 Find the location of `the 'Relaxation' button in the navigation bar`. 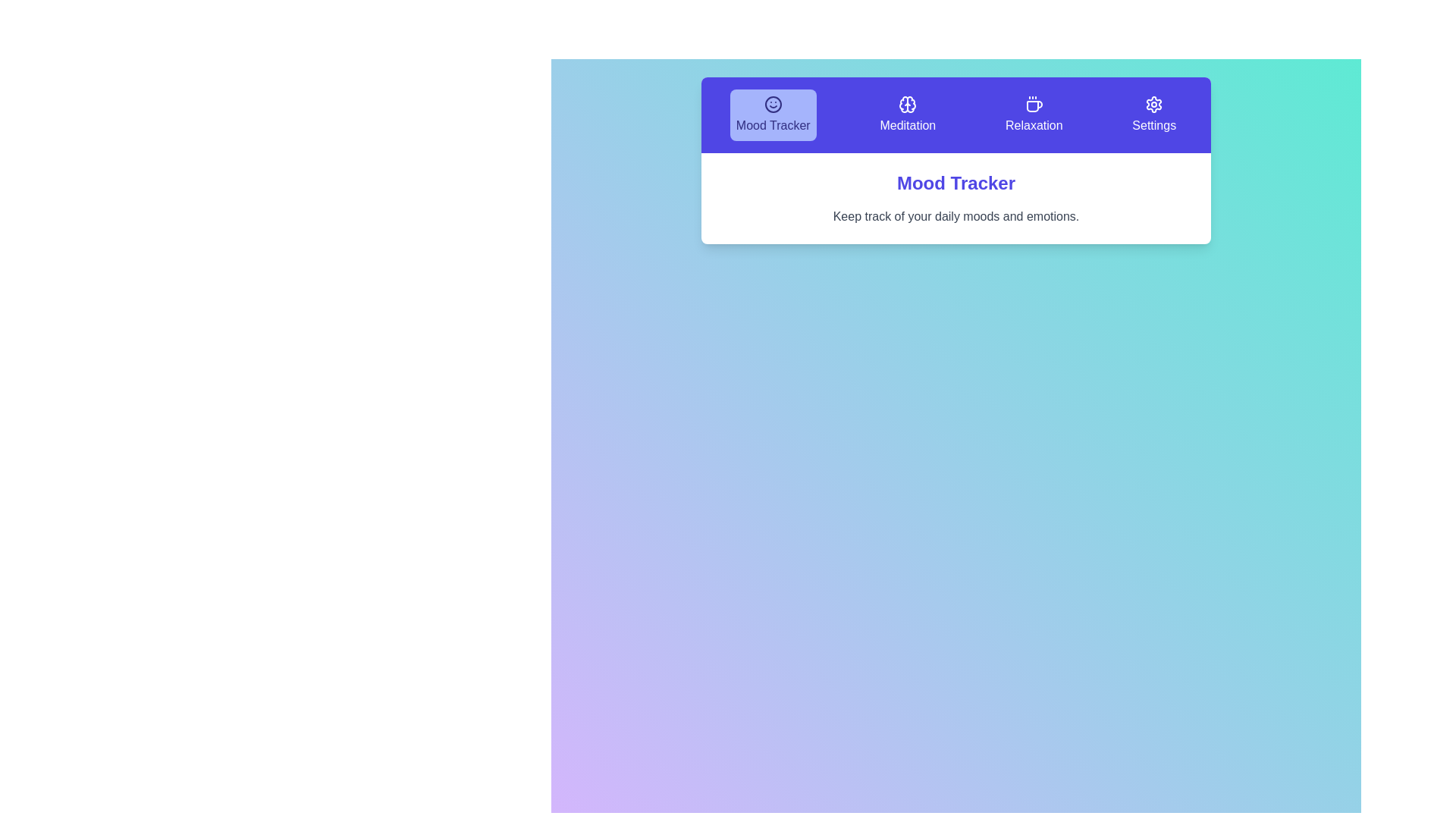

the 'Relaxation' button in the navigation bar is located at coordinates (1033, 114).